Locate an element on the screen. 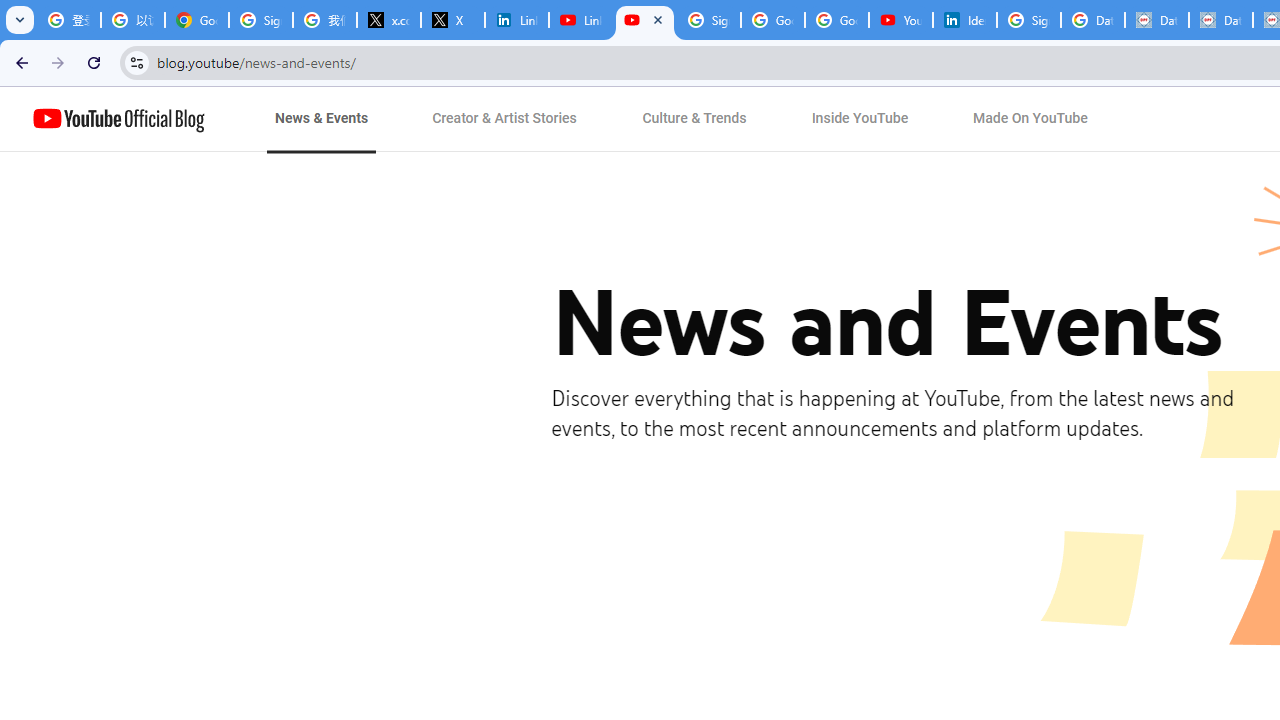 Image resolution: width=1280 pixels, height=720 pixels. 'Sign in - Google Accounts' is located at coordinates (709, 20).